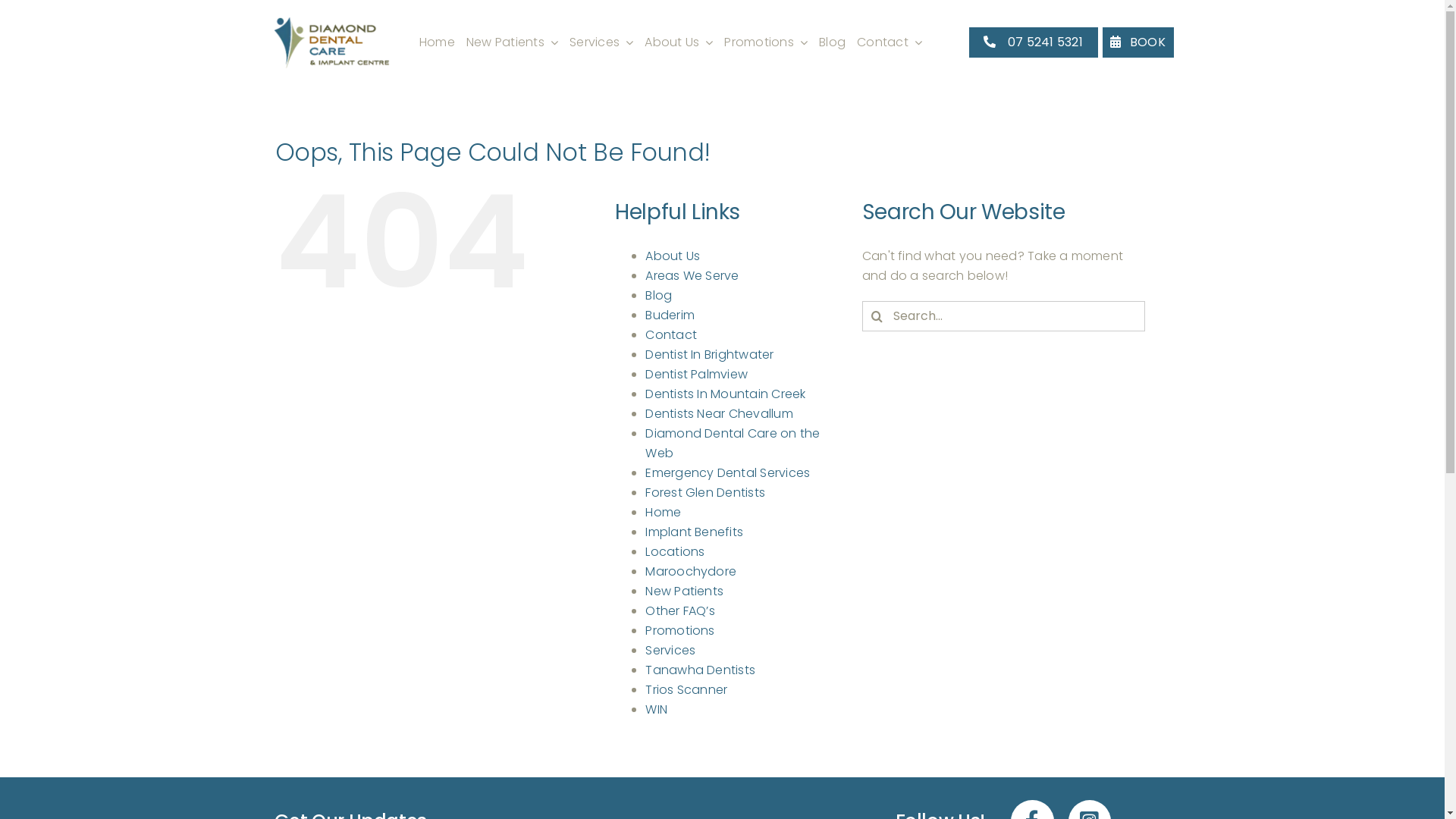  Describe the element at coordinates (718, 413) in the screenshot. I see `'Dentists Near Chevallum'` at that location.